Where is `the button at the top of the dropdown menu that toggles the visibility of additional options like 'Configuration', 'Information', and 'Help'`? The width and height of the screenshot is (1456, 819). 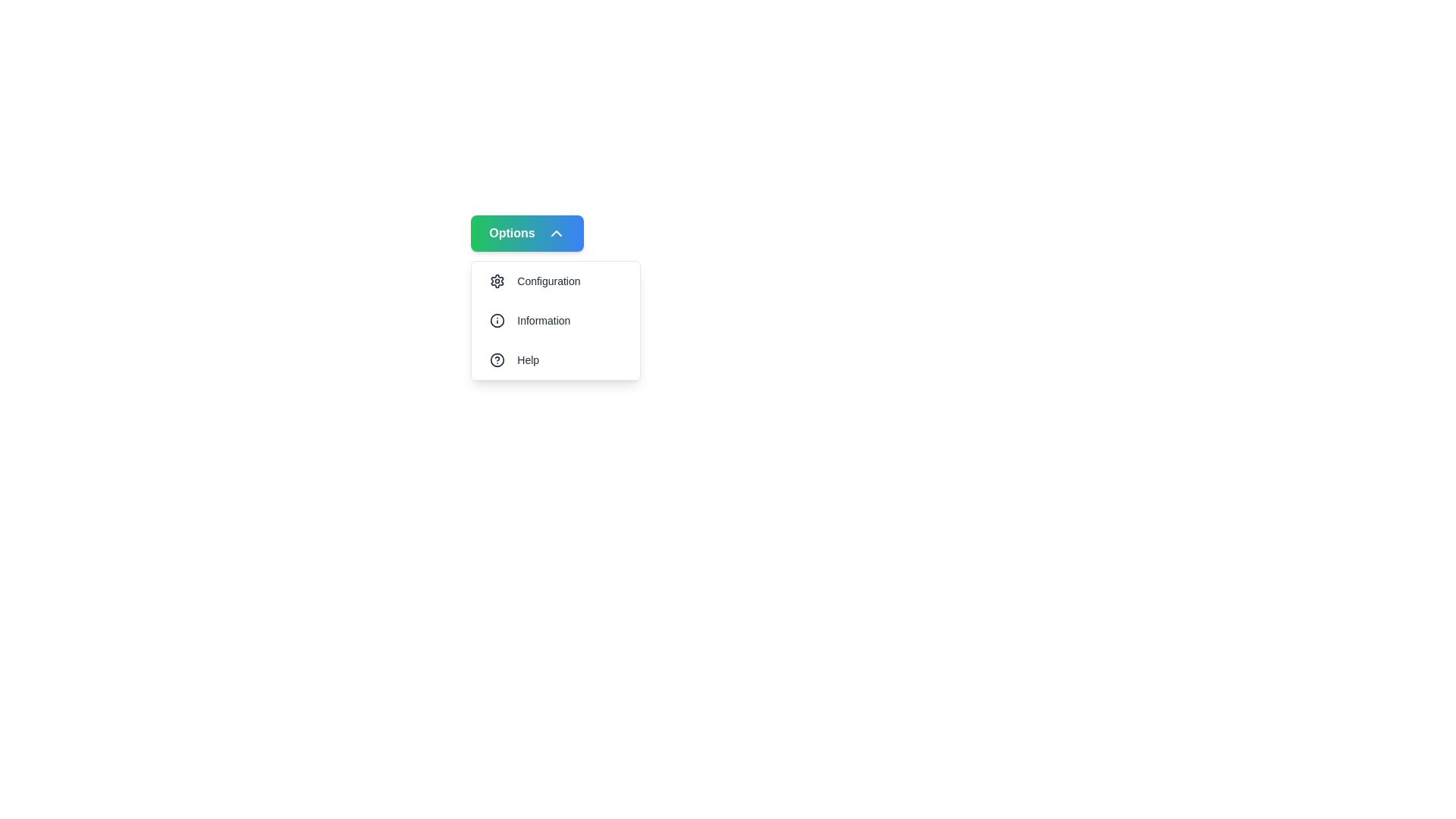
the button at the top of the dropdown menu that toggles the visibility of additional options like 'Configuration', 'Information', and 'Help' is located at coordinates (527, 234).